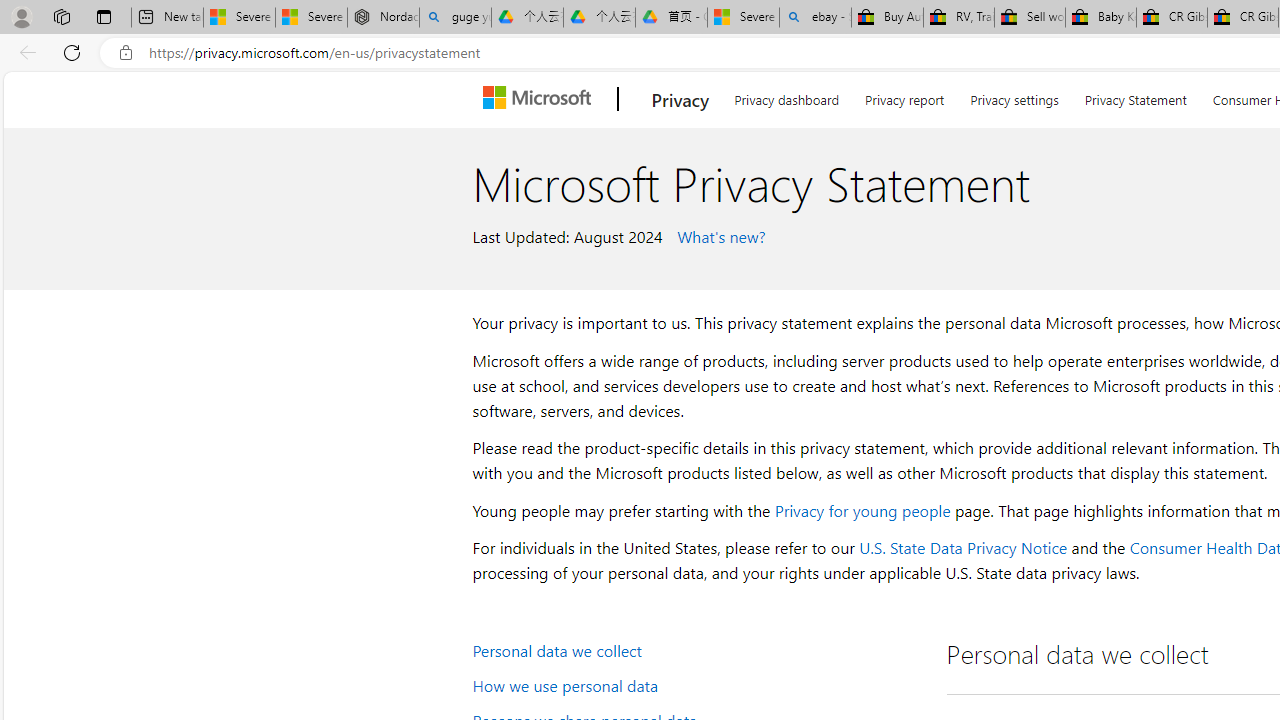 This screenshot has width=1280, height=720. What do you see at coordinates (785, 96) in the screenshot?
I see `'Privacy dashboard'` at bounding box center [785, 96].